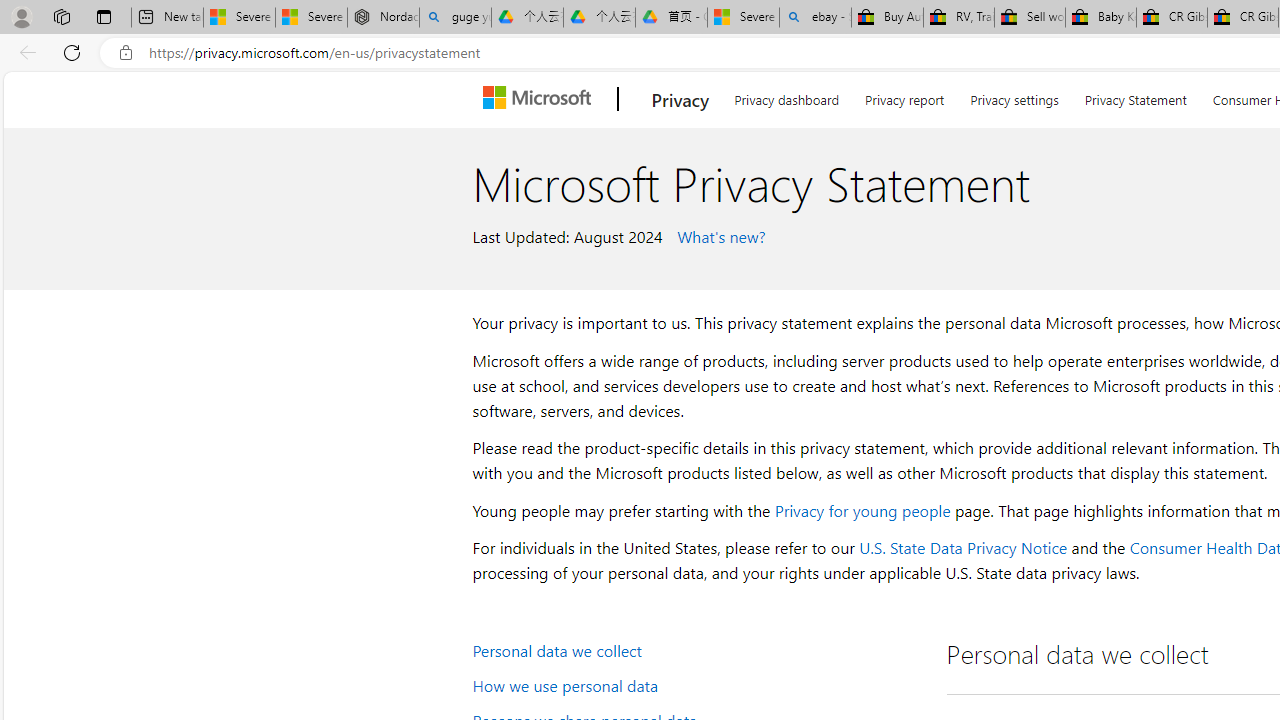 This screenshot has width=1280, height=720. What do you see at coordinates (785, 96) in the screenshot?
I see `'Privacy dashboard'` at bounding box center [785, 96].